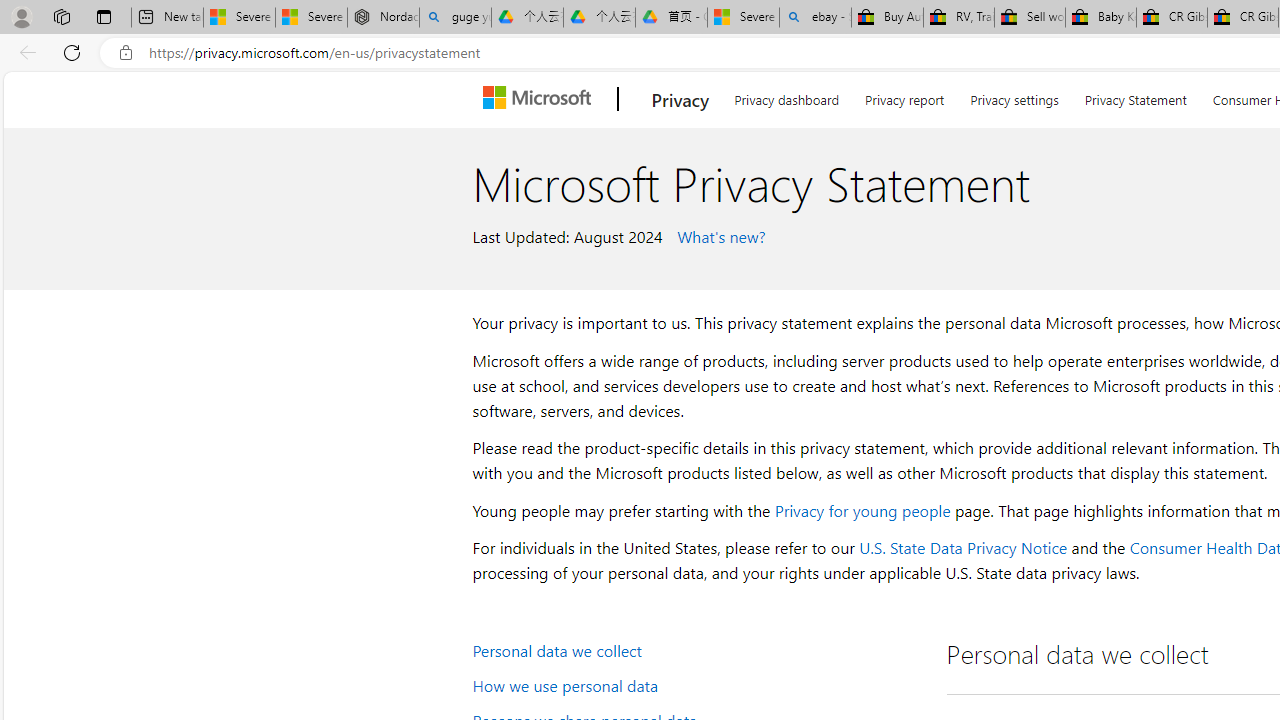 This screenshot has width=1280, height=720. What do you see at coordinates (785, 96) in the screenshot?
I see `'Privacy dashboard'` at bounding box center [785, 96].